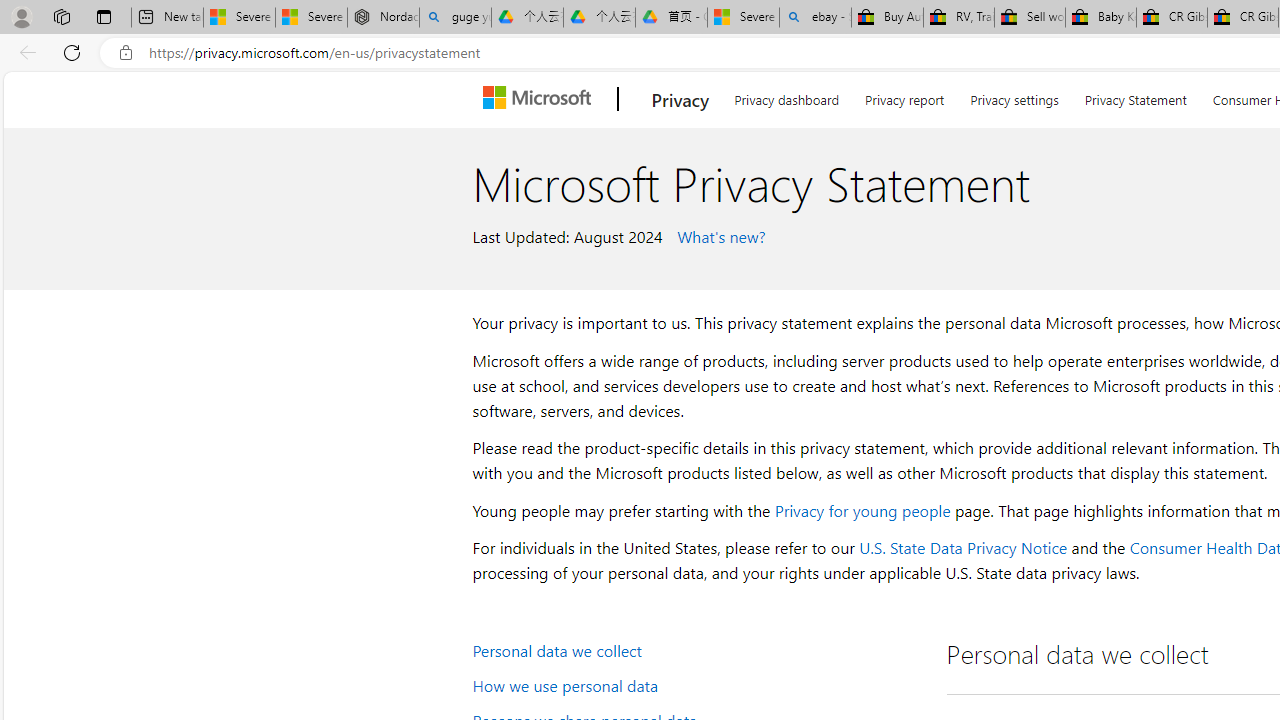 This screenshot has width=1280, height=720. What do you see at coordinates (785, 96) in the screenshot?
I see `'Privacy dashboard'` at bounding box center [785, 96].